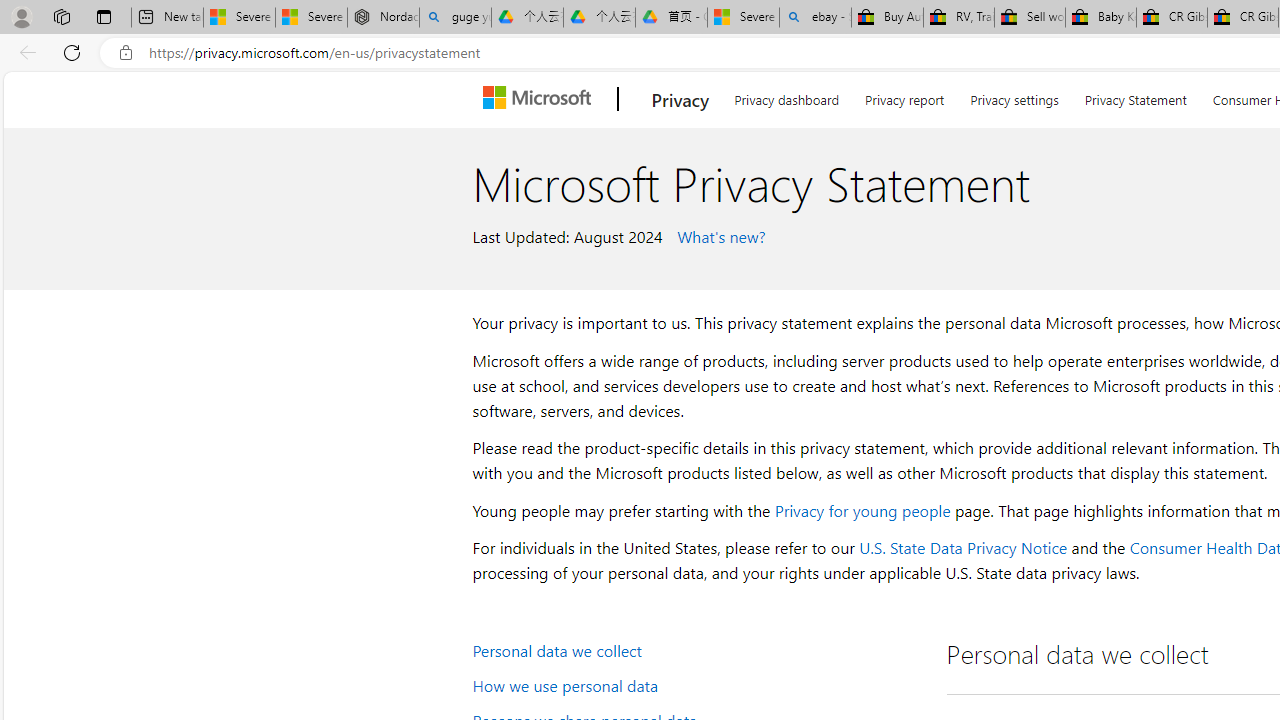 This screenshot has width=1280, height=720. What do you see at coordinates (785, 96) in the screenshot?
I see `'Privacy dashboard'` at bounding box center [785, 96].